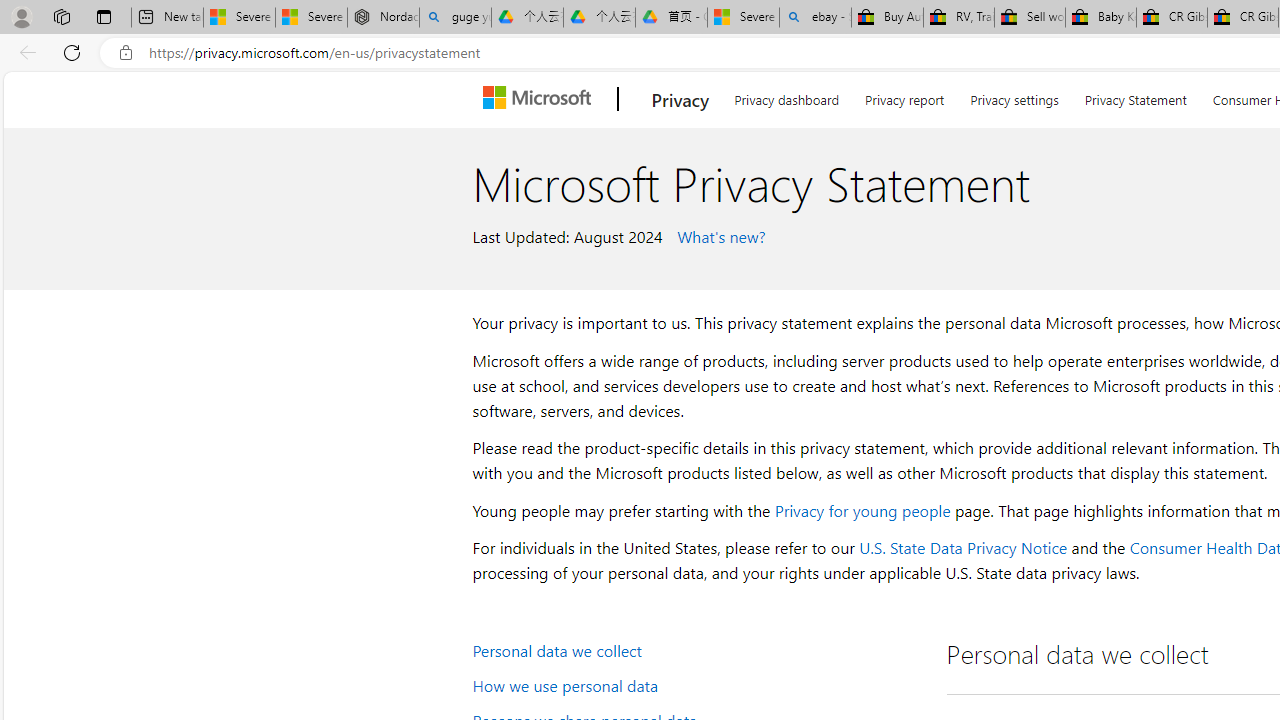 This screenshot has width=1280, height=720. What do you see at coordinates (785, 96) in the screenshot?
I see `'Privacy dashboard'` at bounding box center [785, 96].